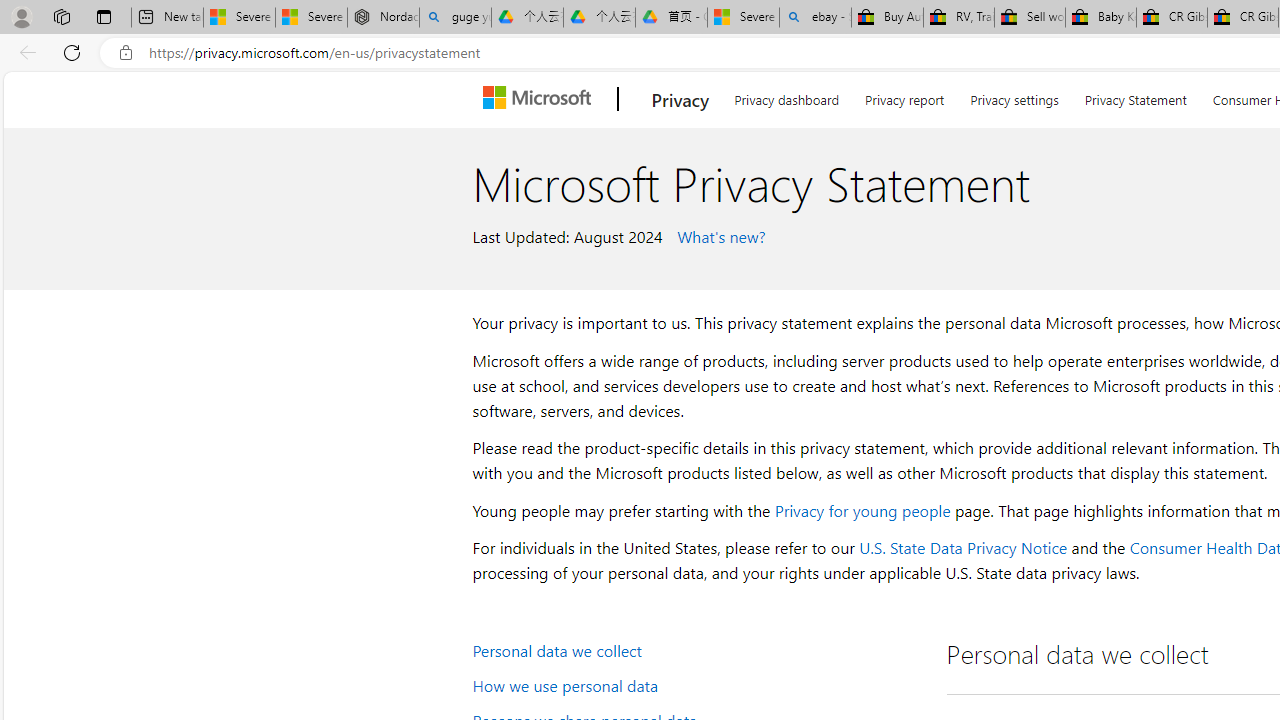 This screenshot has width=1280, height=720. What do you see at coordinates (785, 96) in the screenshot?
I see `'Privacy dashboard'` at bounding box center [785, 96].